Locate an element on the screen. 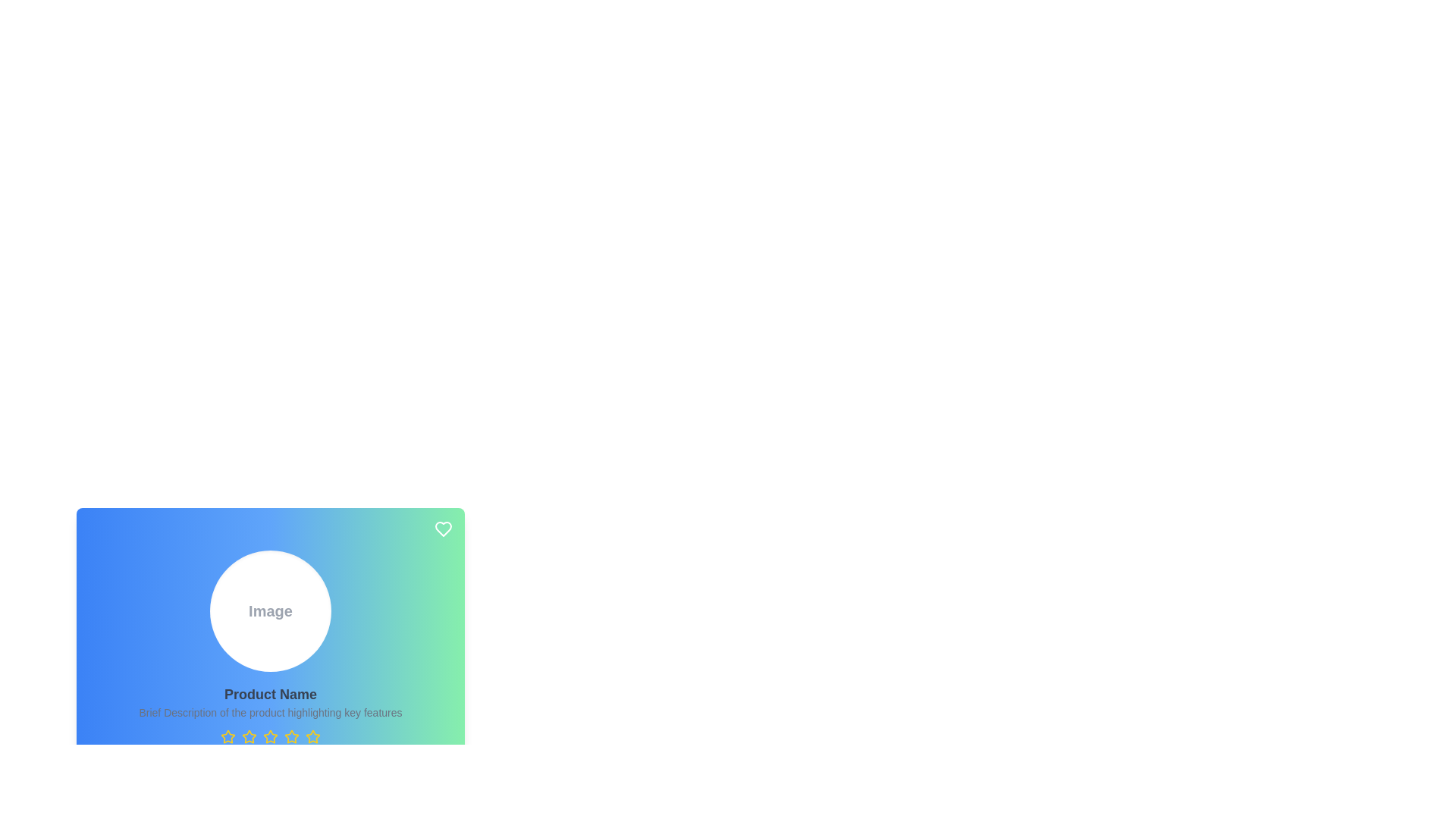 The height and width of the screenshot is (819, 1456). the second star-shaped icon in the rating component is located at coordinates (249, 736).